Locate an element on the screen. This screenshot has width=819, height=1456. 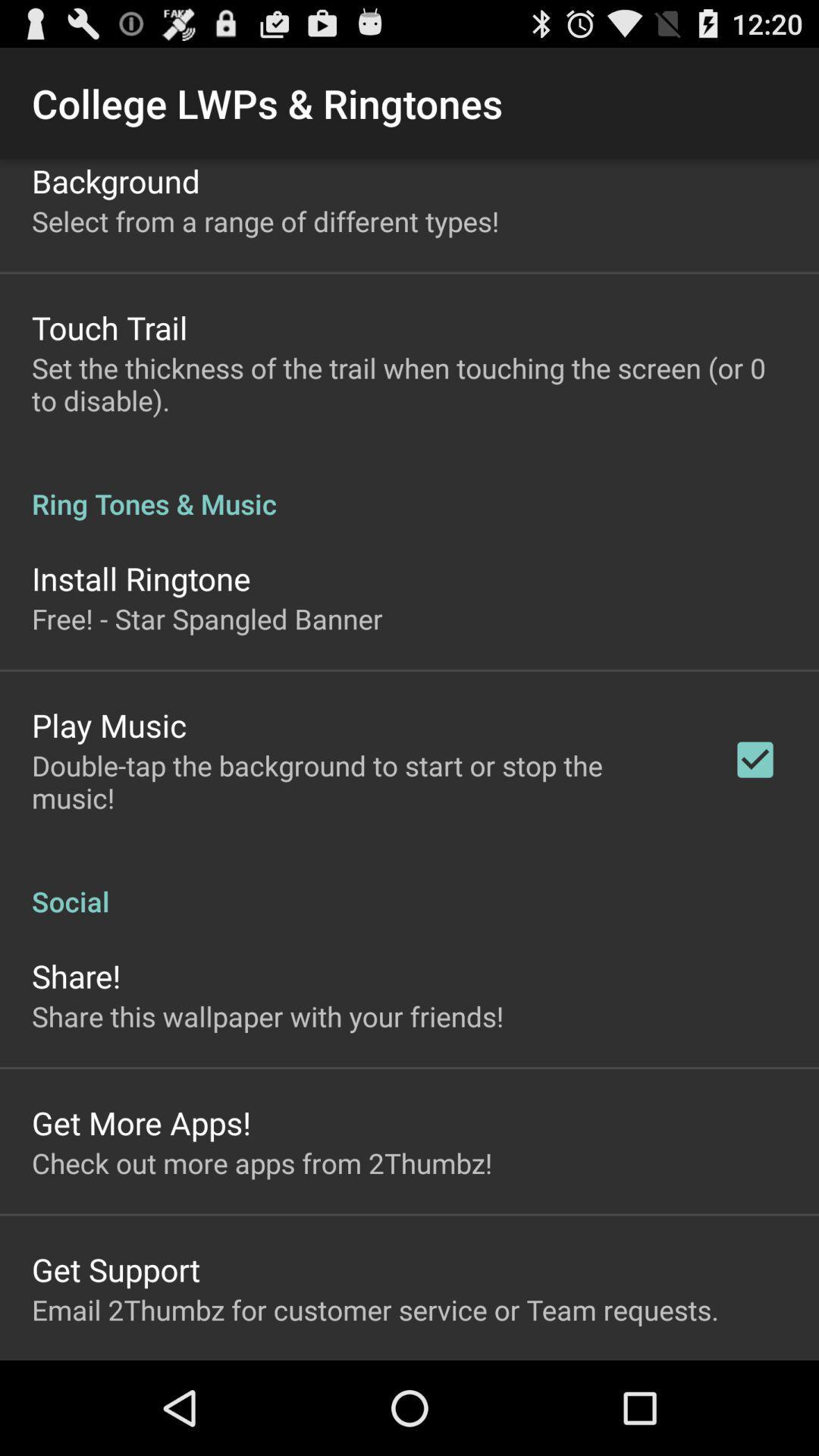
app above the play music item is located at coordinates (207, 619).